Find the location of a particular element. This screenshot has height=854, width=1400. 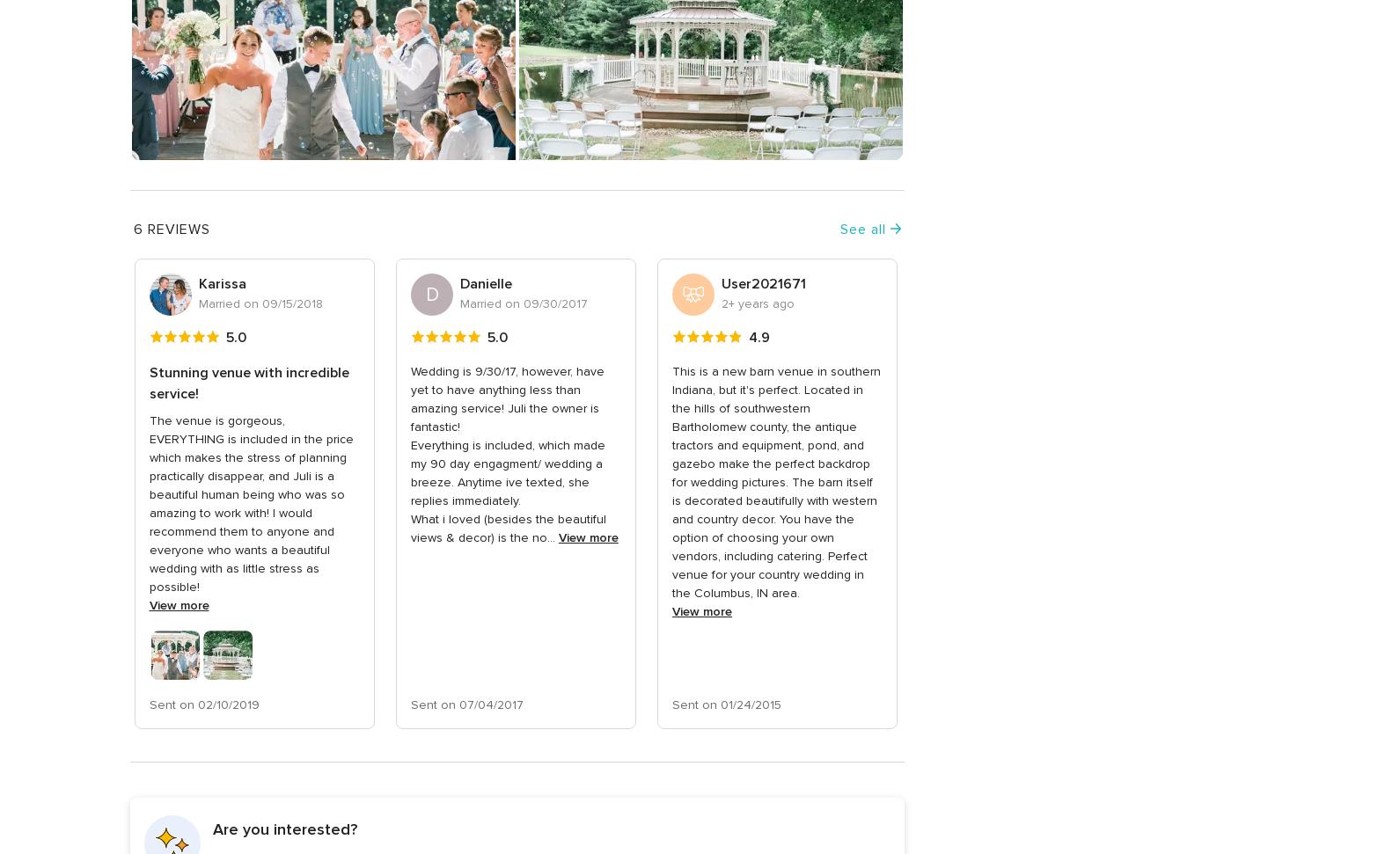

'User2021671' is located at coordinates (763, 282).